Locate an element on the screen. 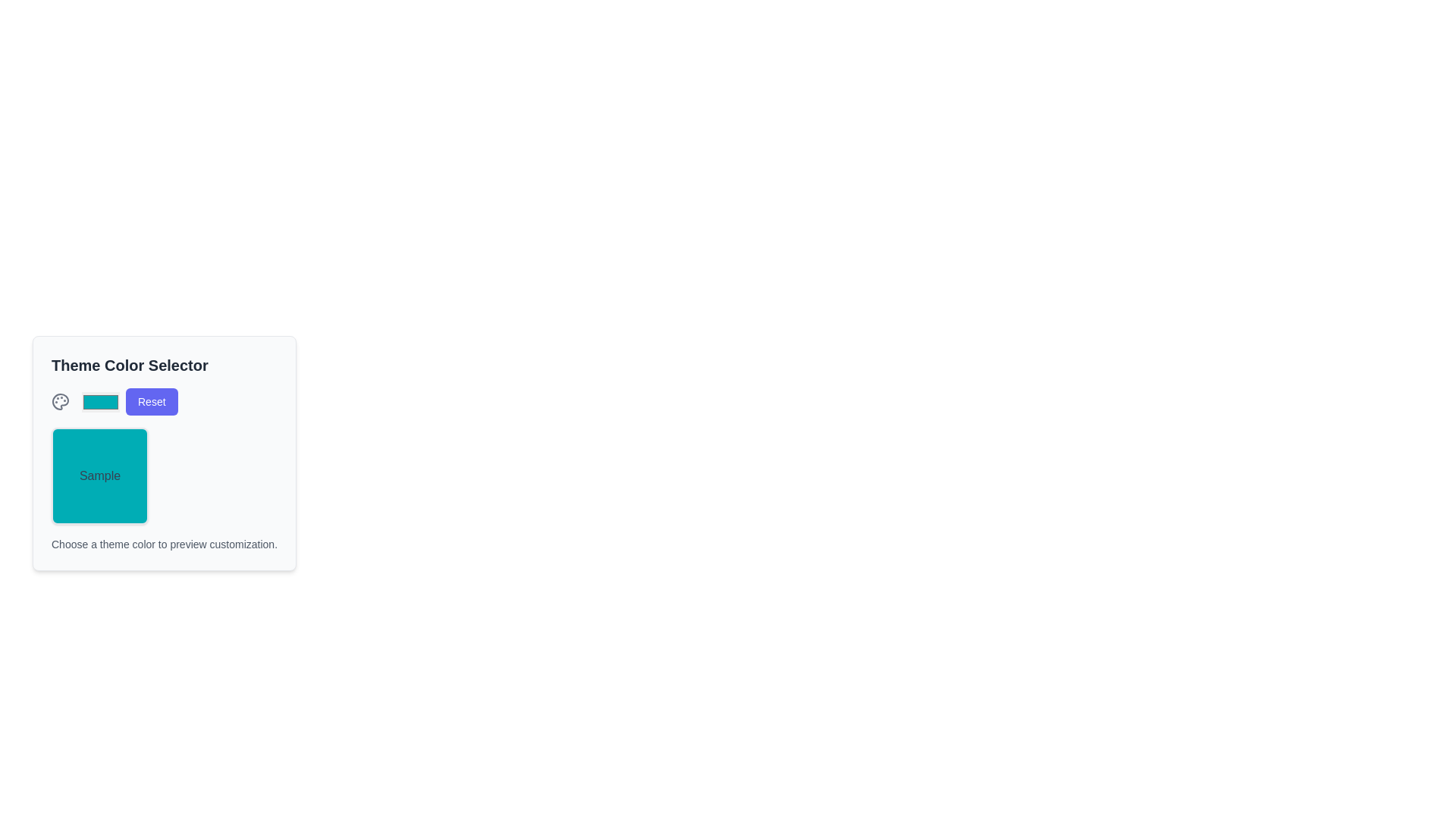 The image size is (1456, 819). the Color Picker Input element located within the 'Theme Color Selector' group is located at coordinates (100, 400).